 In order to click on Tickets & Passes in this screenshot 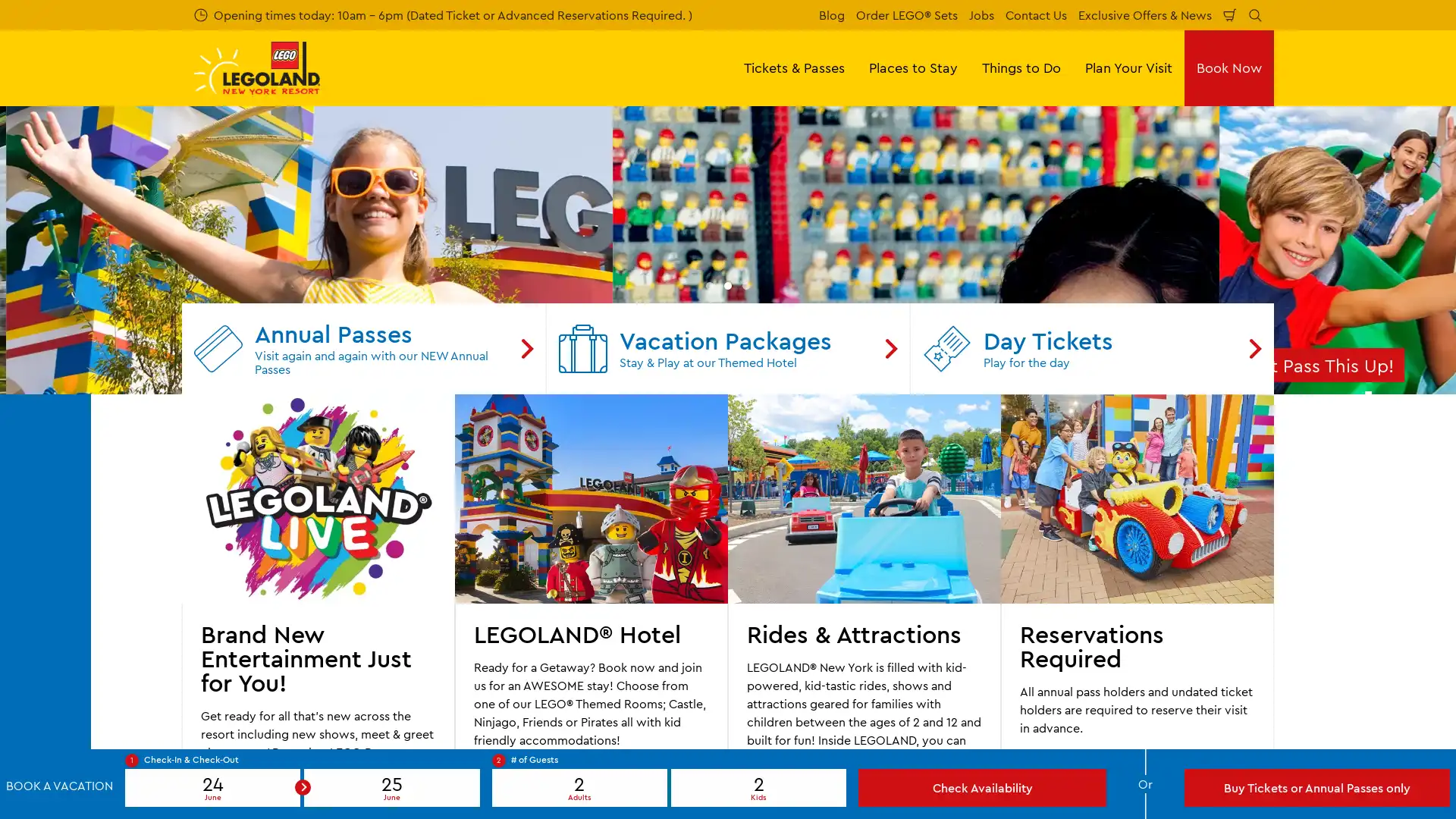, I will do `click(793, 67)`.